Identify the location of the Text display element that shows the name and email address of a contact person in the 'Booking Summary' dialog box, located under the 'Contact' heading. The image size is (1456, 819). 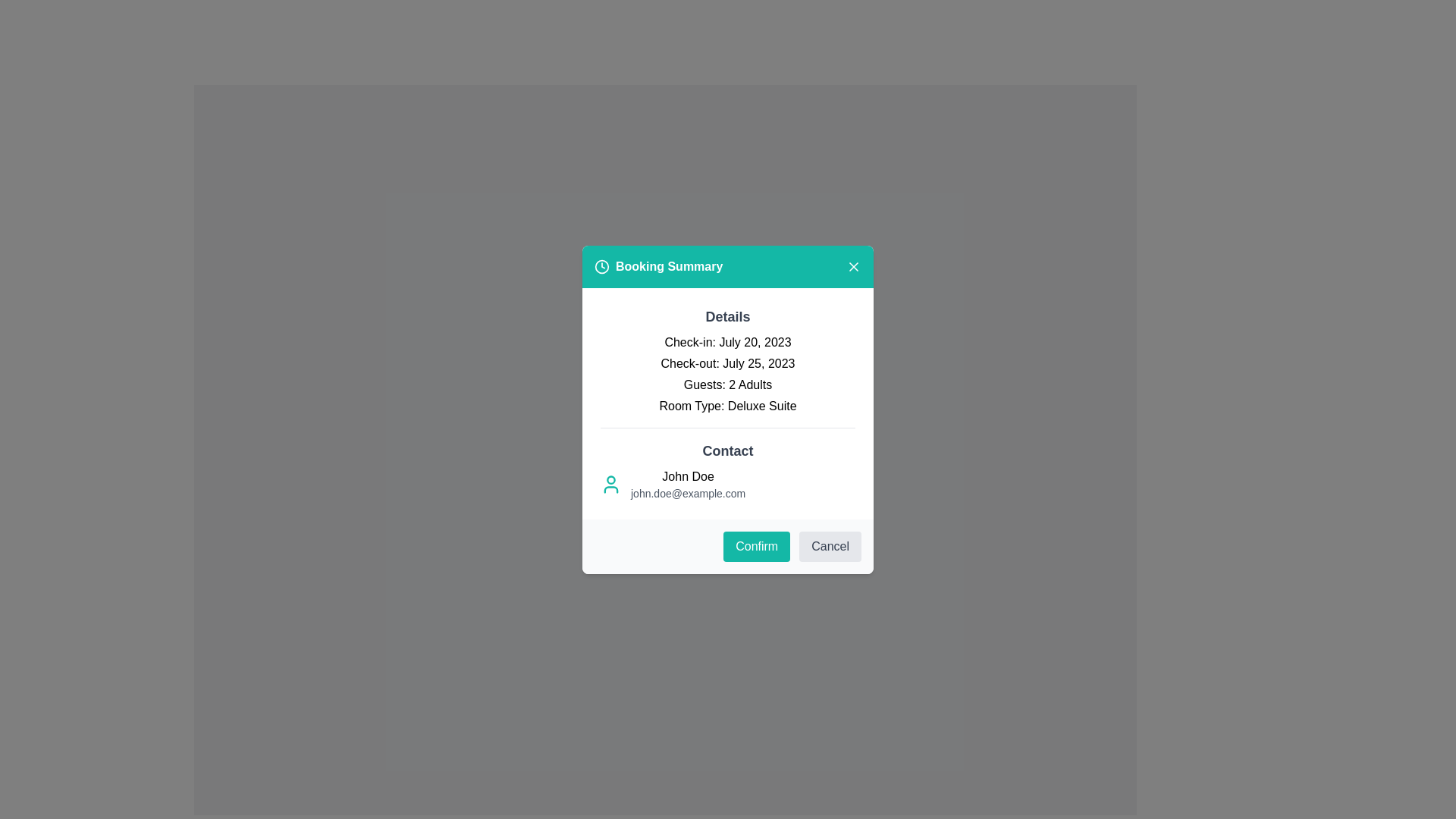
(687, 484).